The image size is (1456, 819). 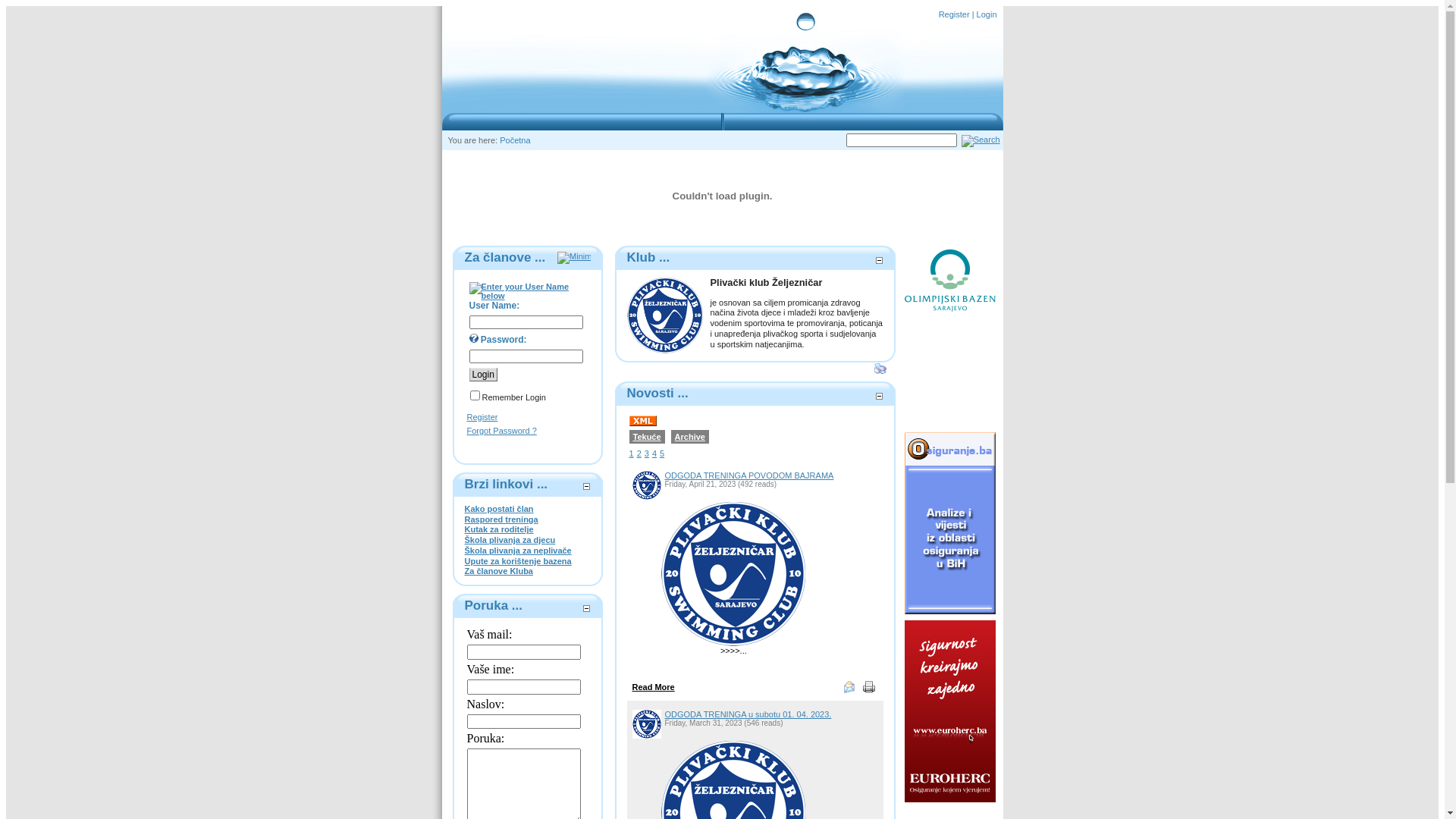 What do you see at coordinates (953, 14) in the screenshot?
I see `'Register'` at bounding box center [953, 14].